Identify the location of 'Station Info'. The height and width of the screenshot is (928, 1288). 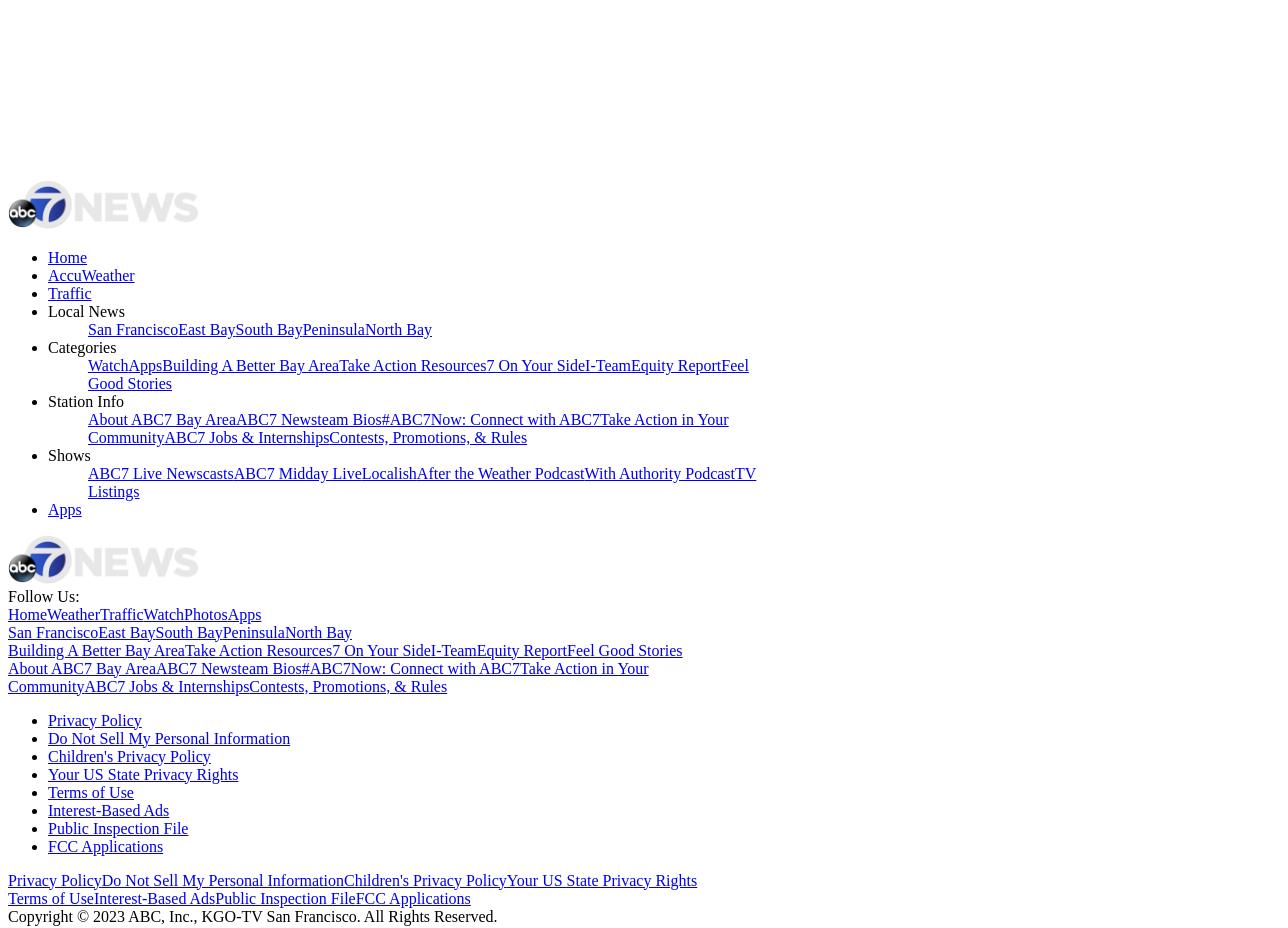
(86, 400).